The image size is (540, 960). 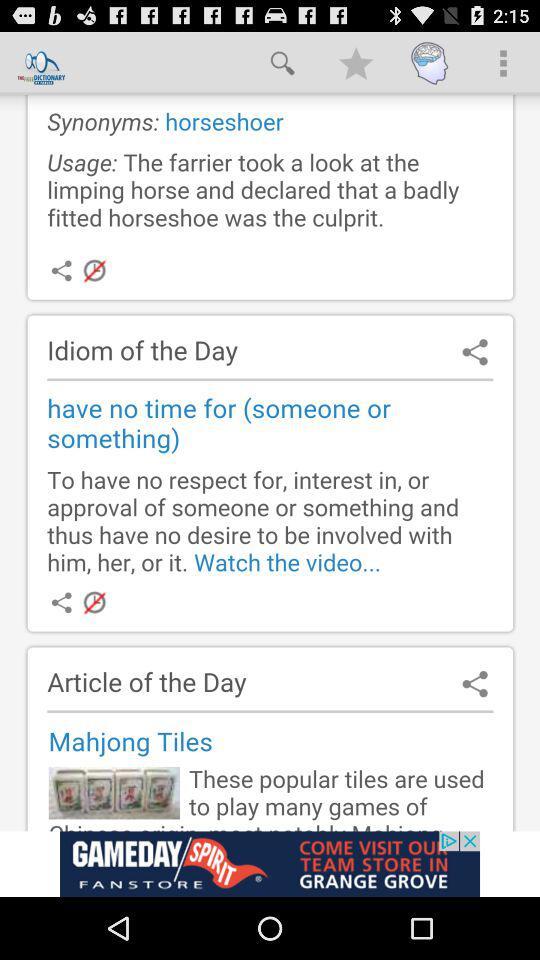 I want to click on learn about this product, so click(x=270, y=863).